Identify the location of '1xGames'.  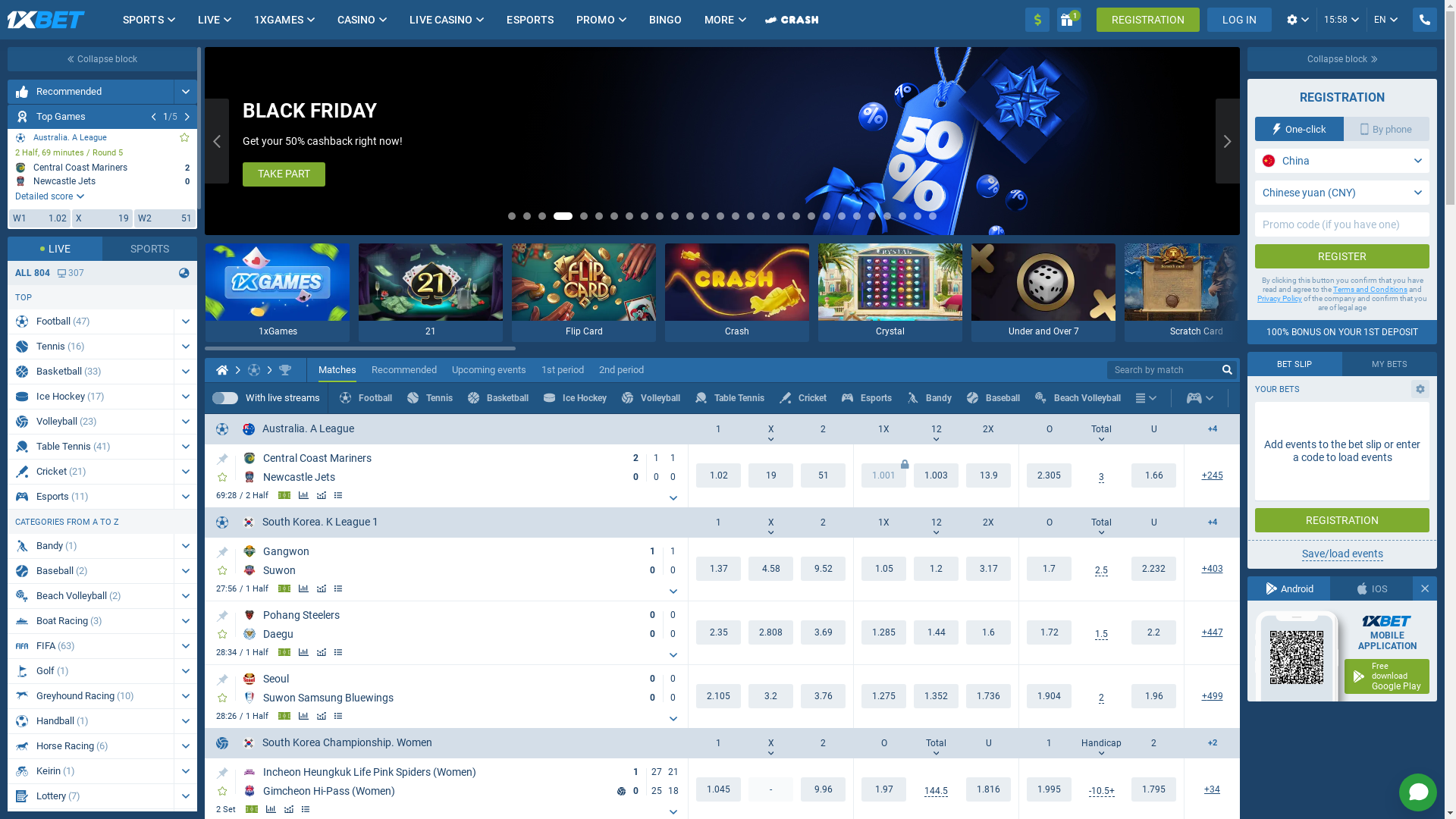
(277, 292).